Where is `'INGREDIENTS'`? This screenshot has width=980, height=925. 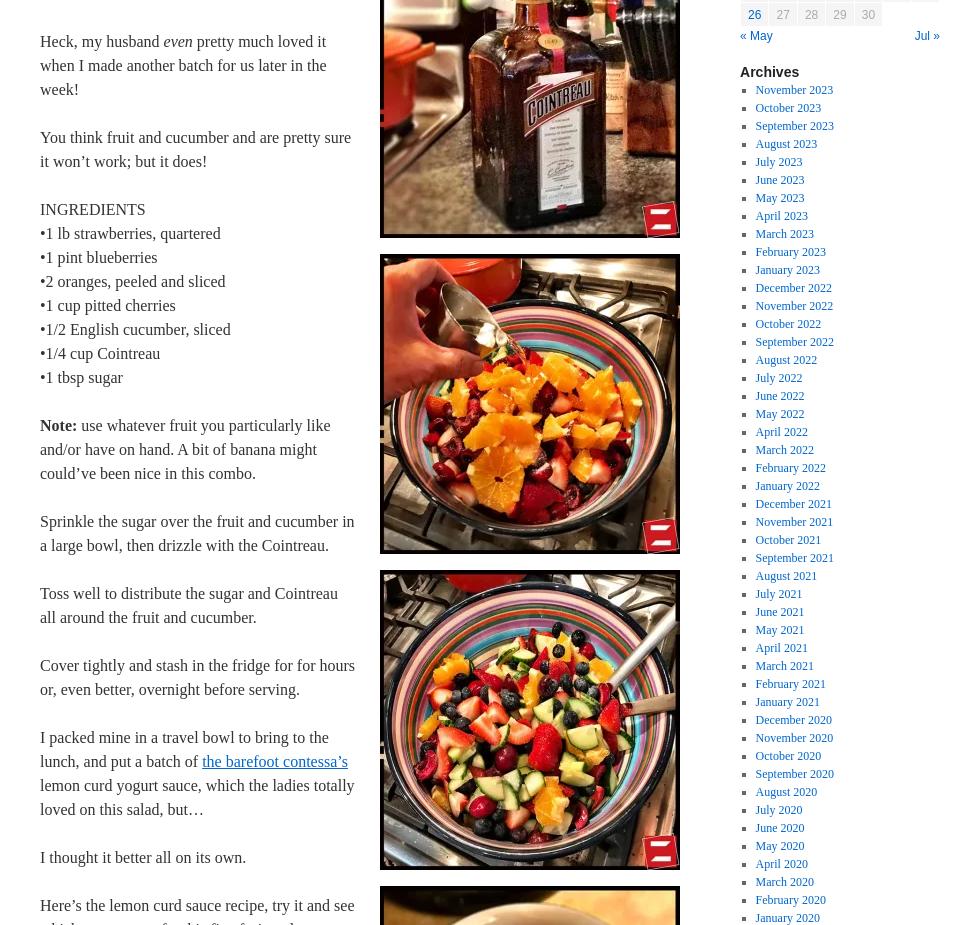
'INGREDIENTS' is located at coordinates (92, 208).